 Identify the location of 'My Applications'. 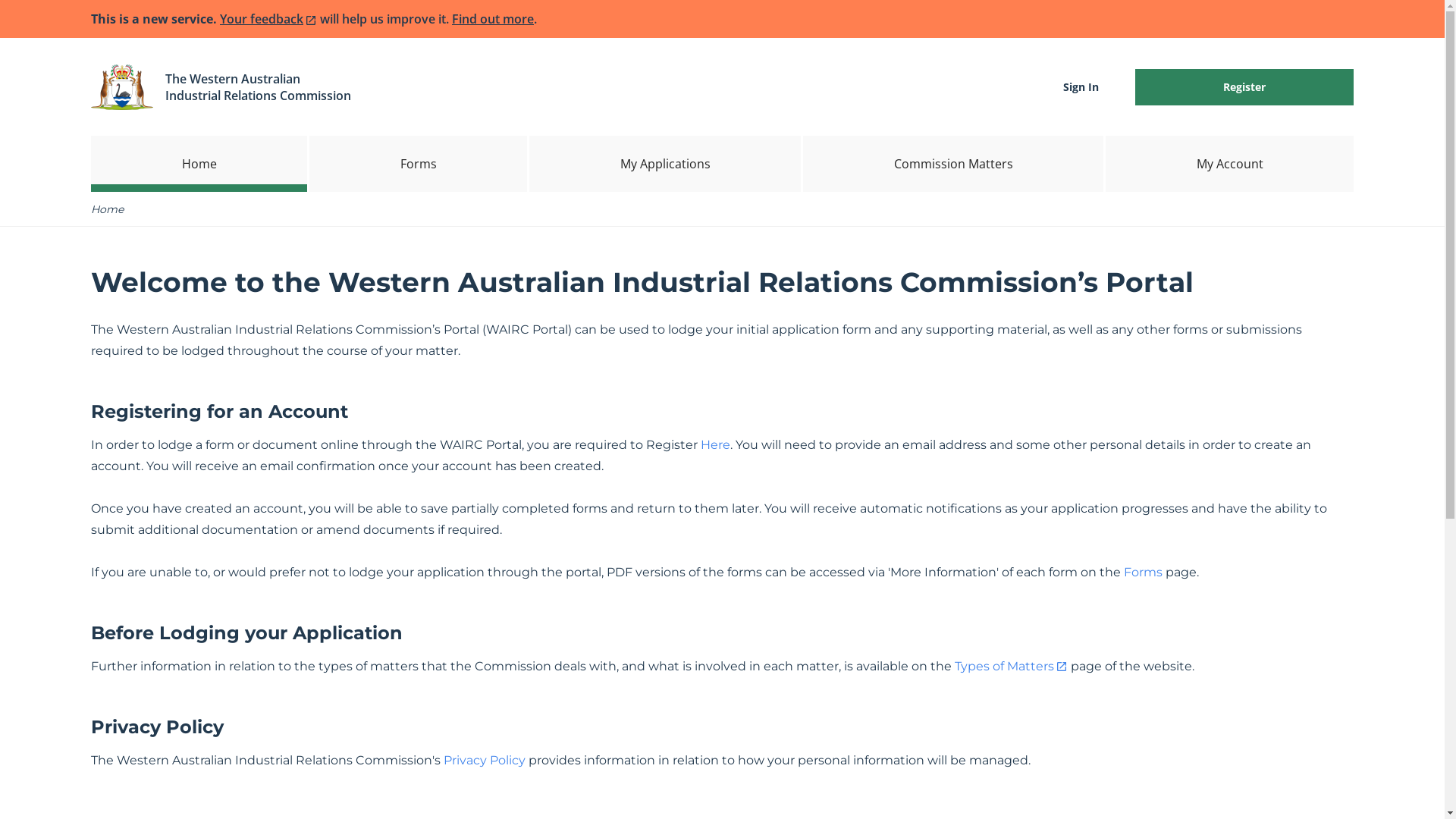
(665, 164).